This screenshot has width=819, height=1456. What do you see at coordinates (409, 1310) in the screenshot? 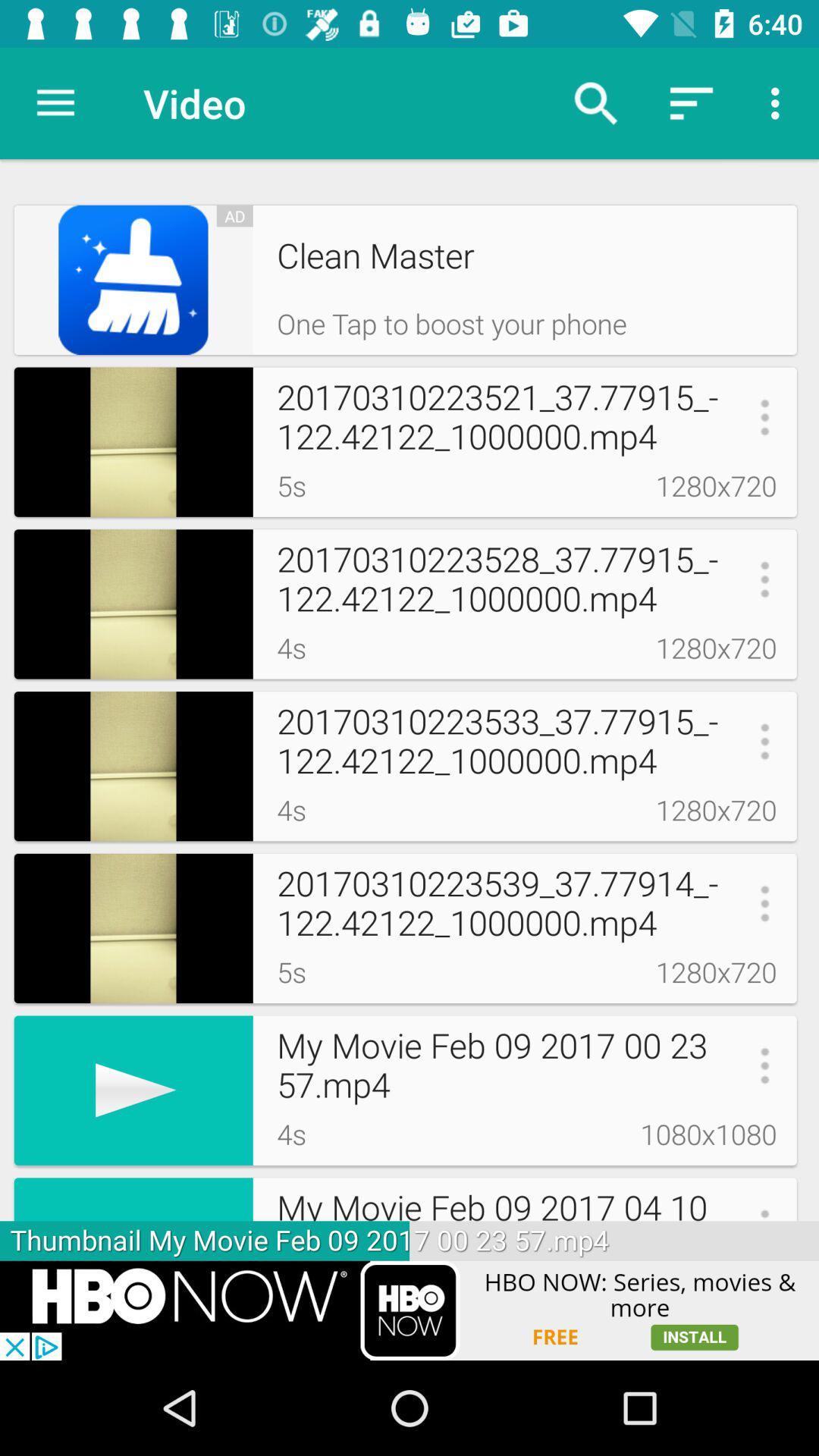
I see `advertisements image` at bounding box center [409, 1310].